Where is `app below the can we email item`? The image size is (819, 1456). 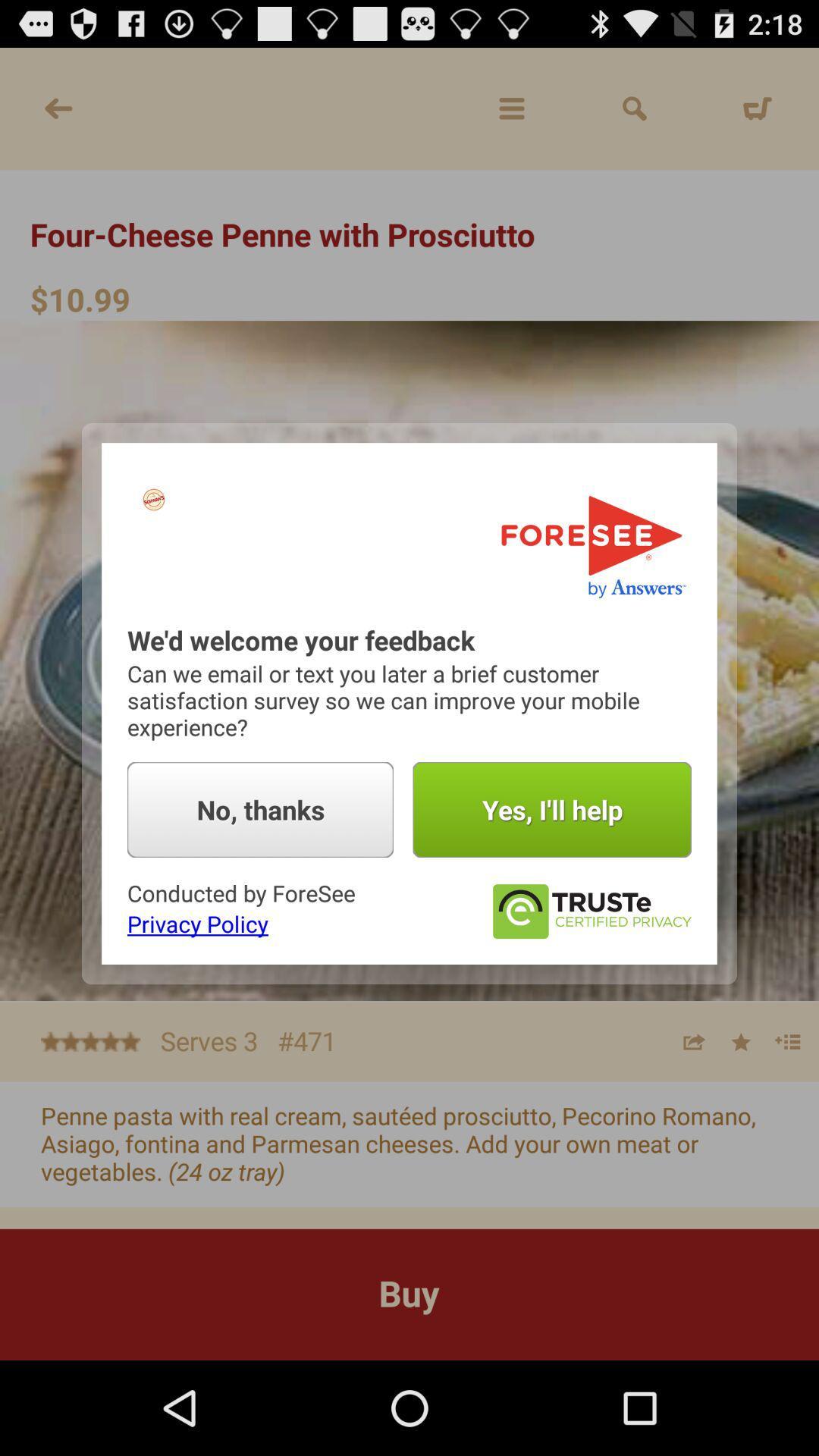
app below the can we email item is located at coordinates (552, 809).